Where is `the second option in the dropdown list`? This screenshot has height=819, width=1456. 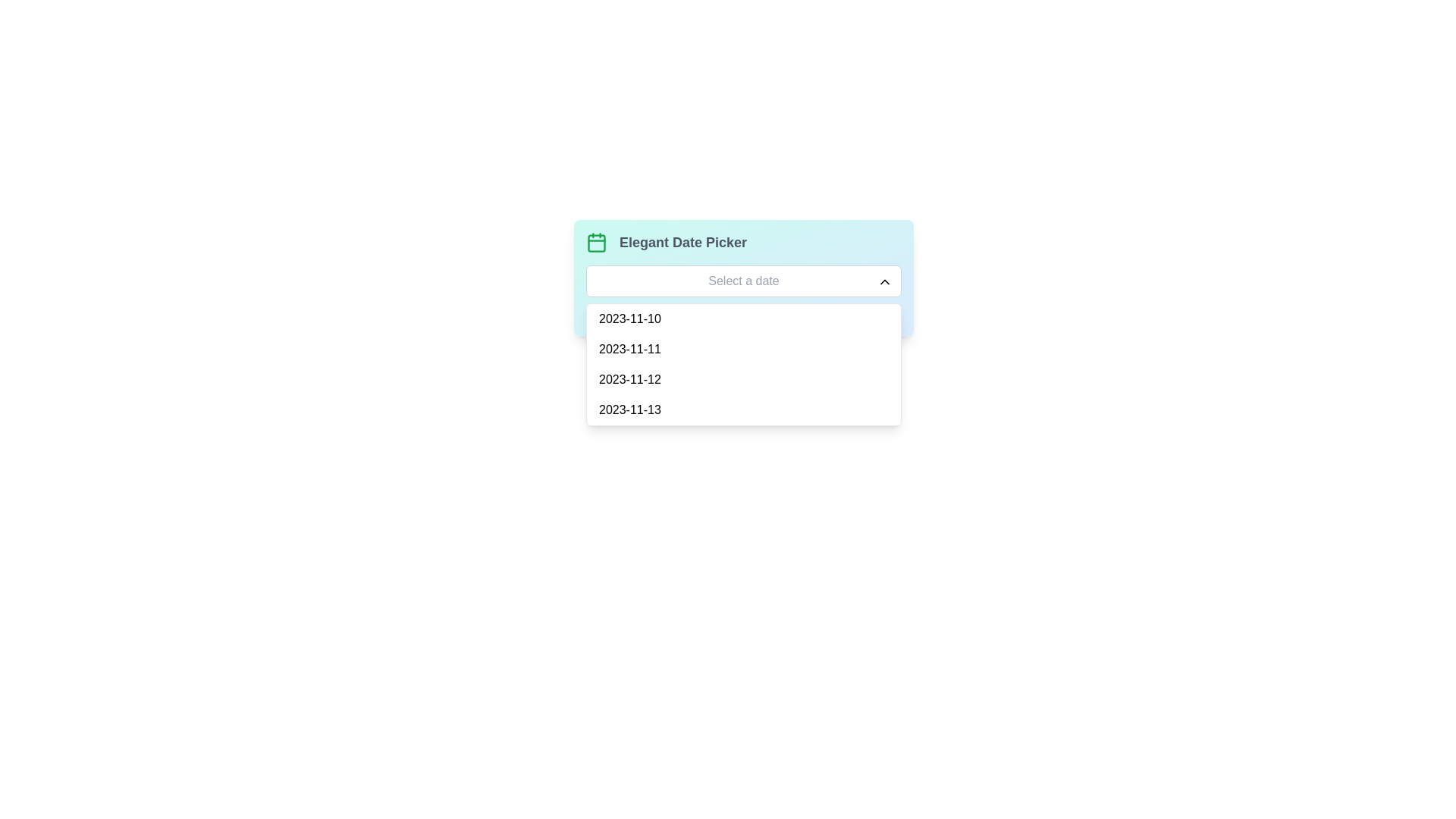
the second option in the dropdown list is located at coordinates (743, 350).